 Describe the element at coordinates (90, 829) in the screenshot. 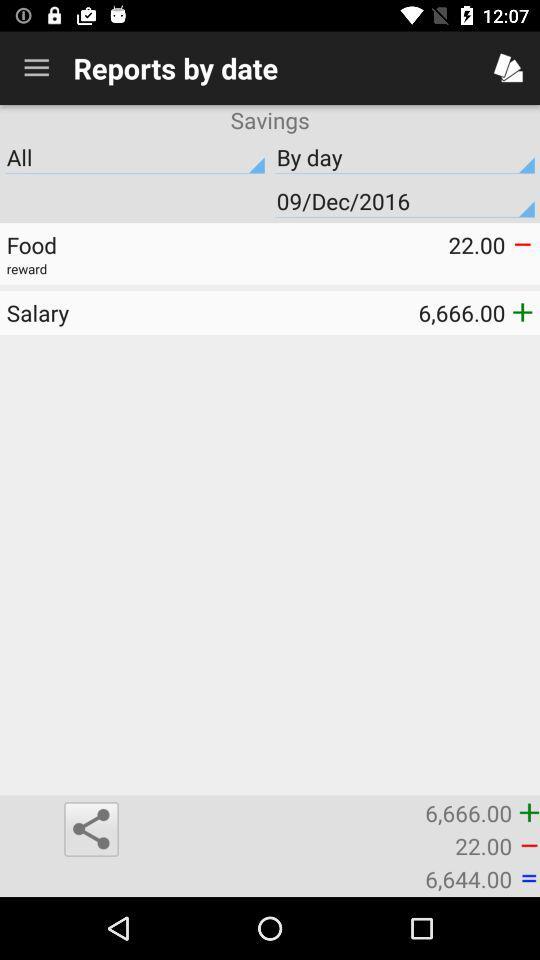

I see `sharing option` at that location.